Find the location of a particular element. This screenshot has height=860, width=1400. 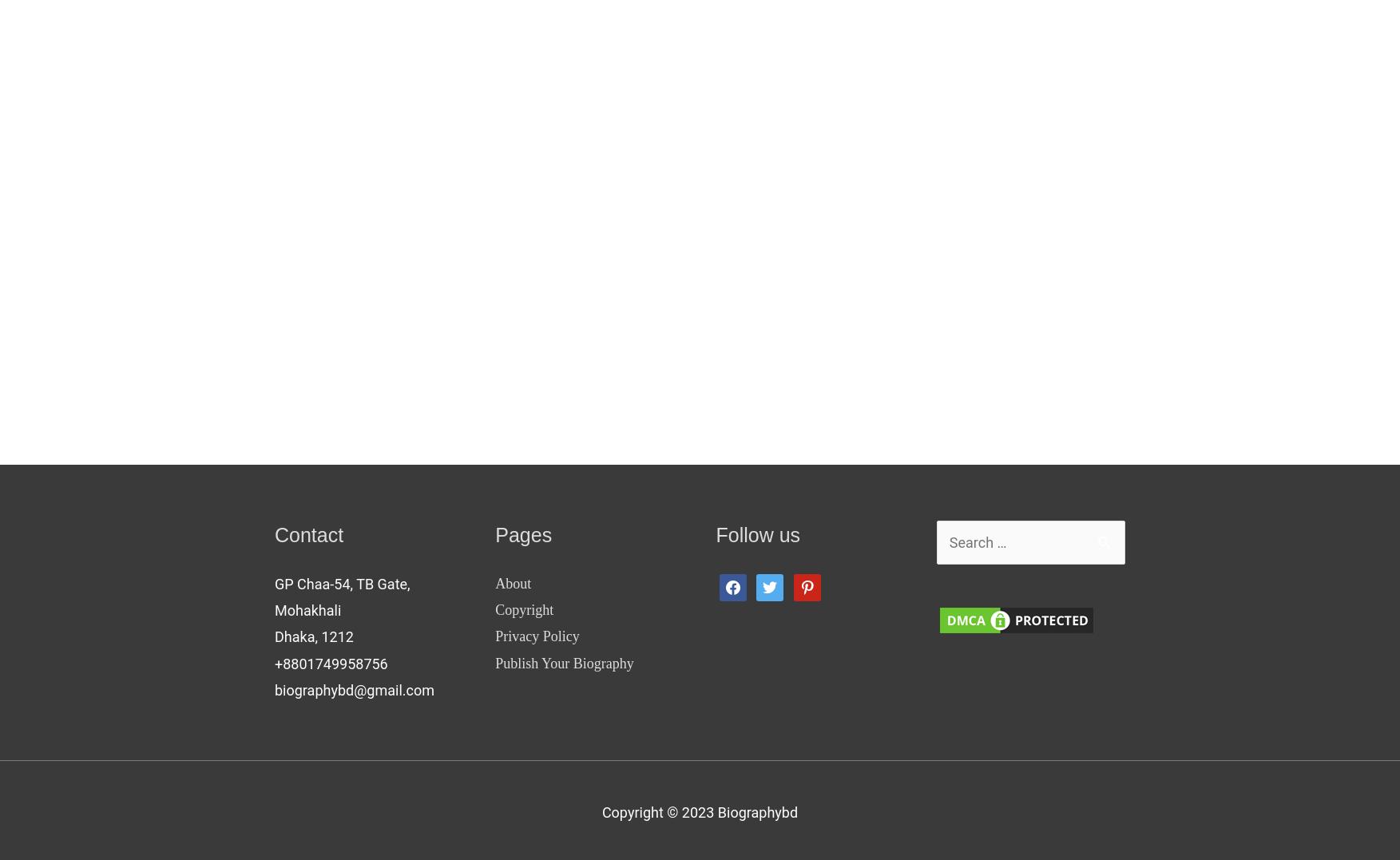

'+8801749958756' is located at coordinates (330, 662).